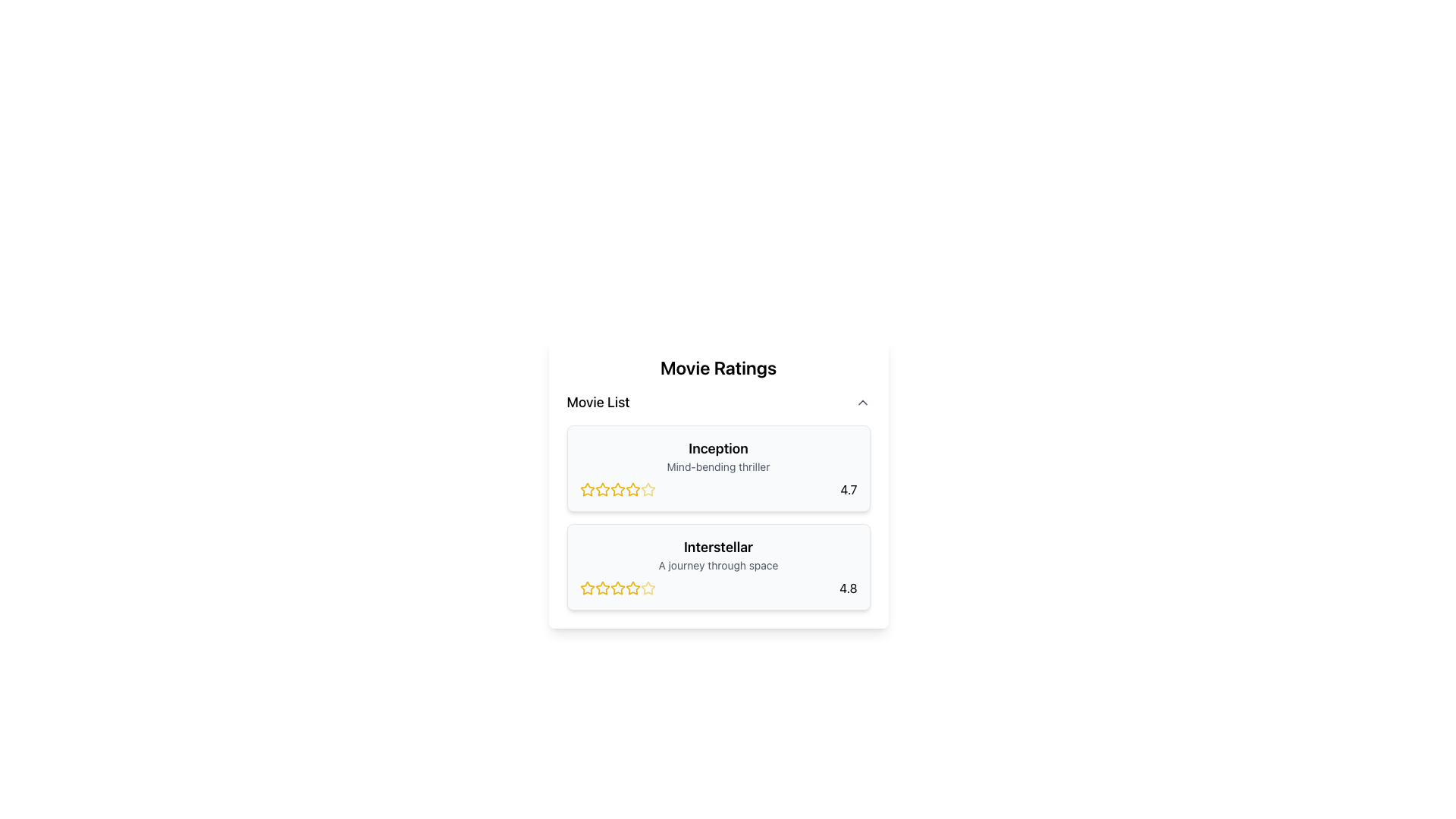 This screenshot has height=819, width=1456. Describe the element at coordinates (617, 587) in the screenshot. I see `the third star in the 5-star rating system for the movie 'Interstellar' to rate it` at that location.